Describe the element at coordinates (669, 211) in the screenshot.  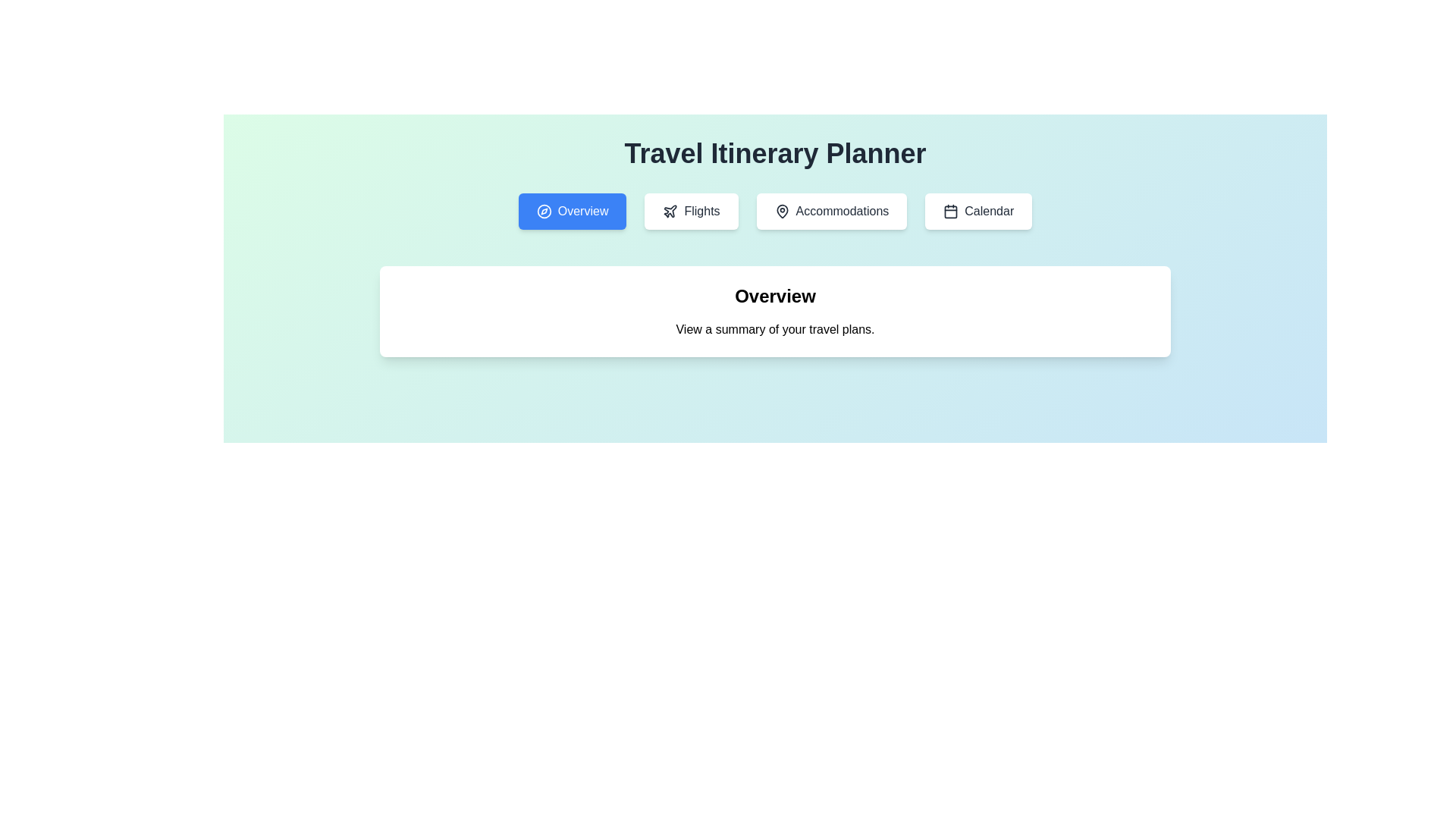
I see `the 'Flights' button which contains the icon representing air travel options` at that location.